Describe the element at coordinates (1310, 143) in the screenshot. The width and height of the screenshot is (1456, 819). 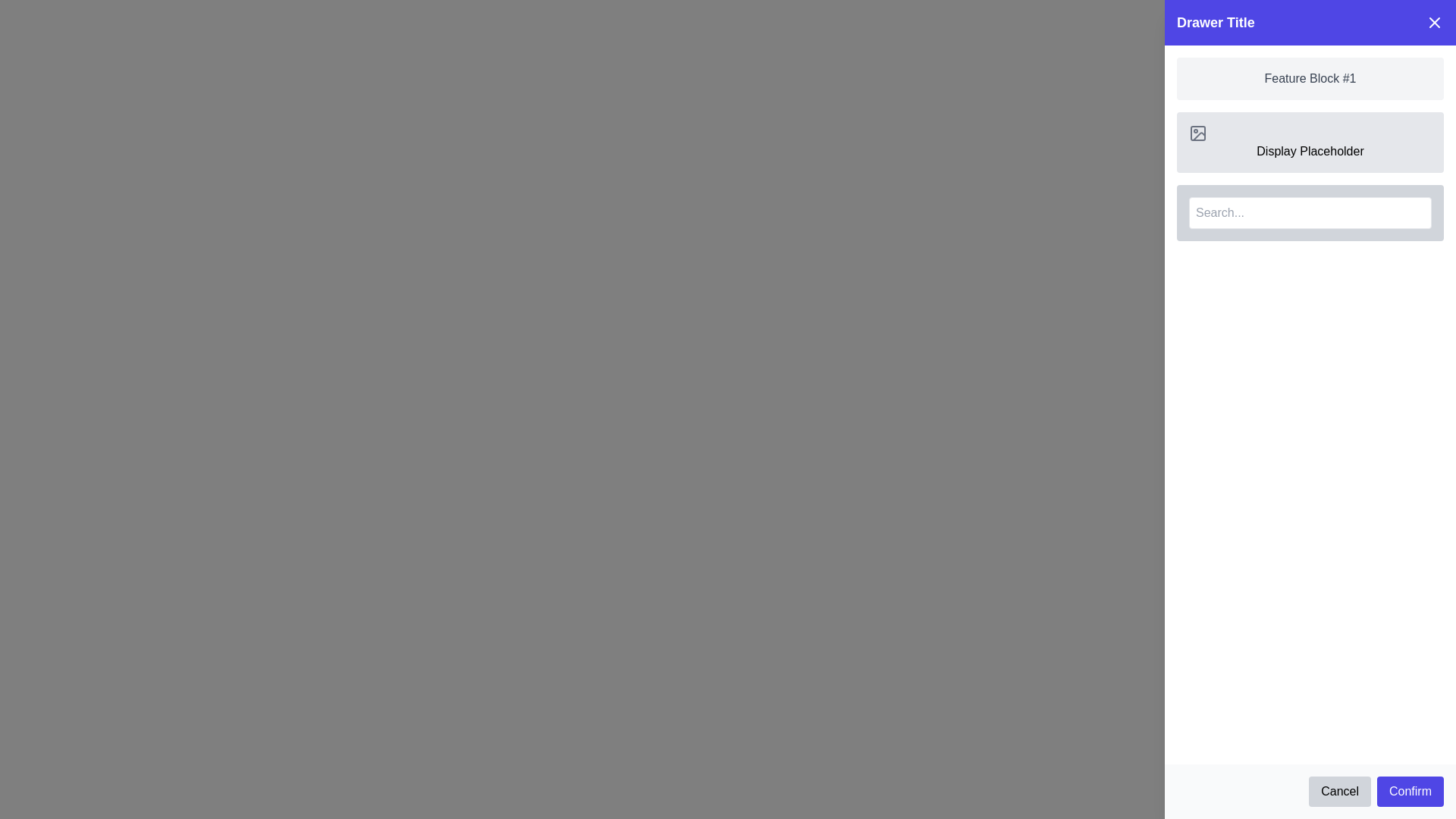
I see `placeholder text from the Display block located below 'Feature Block #1' and above the search input field` at that location.